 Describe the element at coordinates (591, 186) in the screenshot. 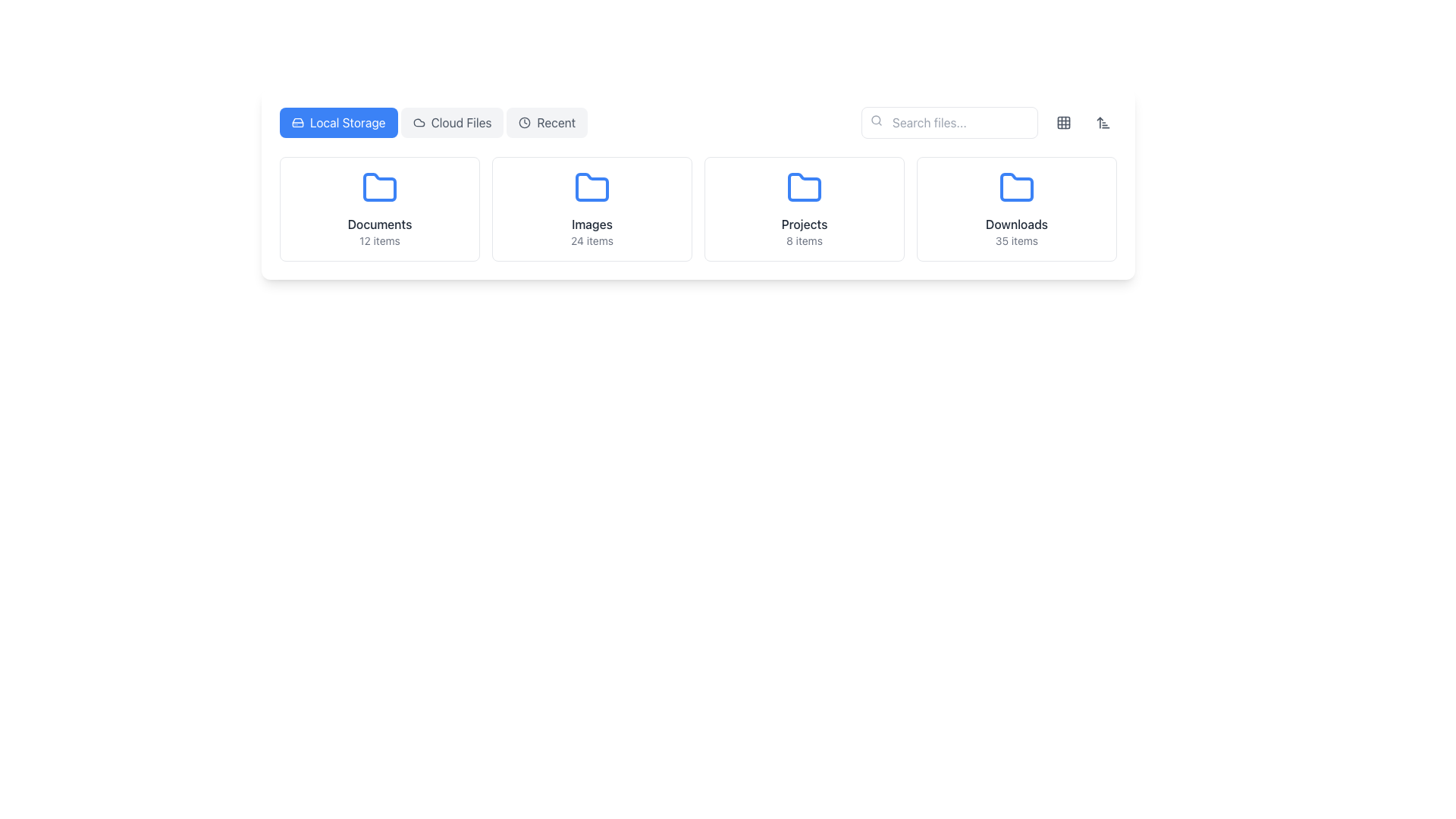

I see `the light blue folder icon labeled 'Images'` at that location.